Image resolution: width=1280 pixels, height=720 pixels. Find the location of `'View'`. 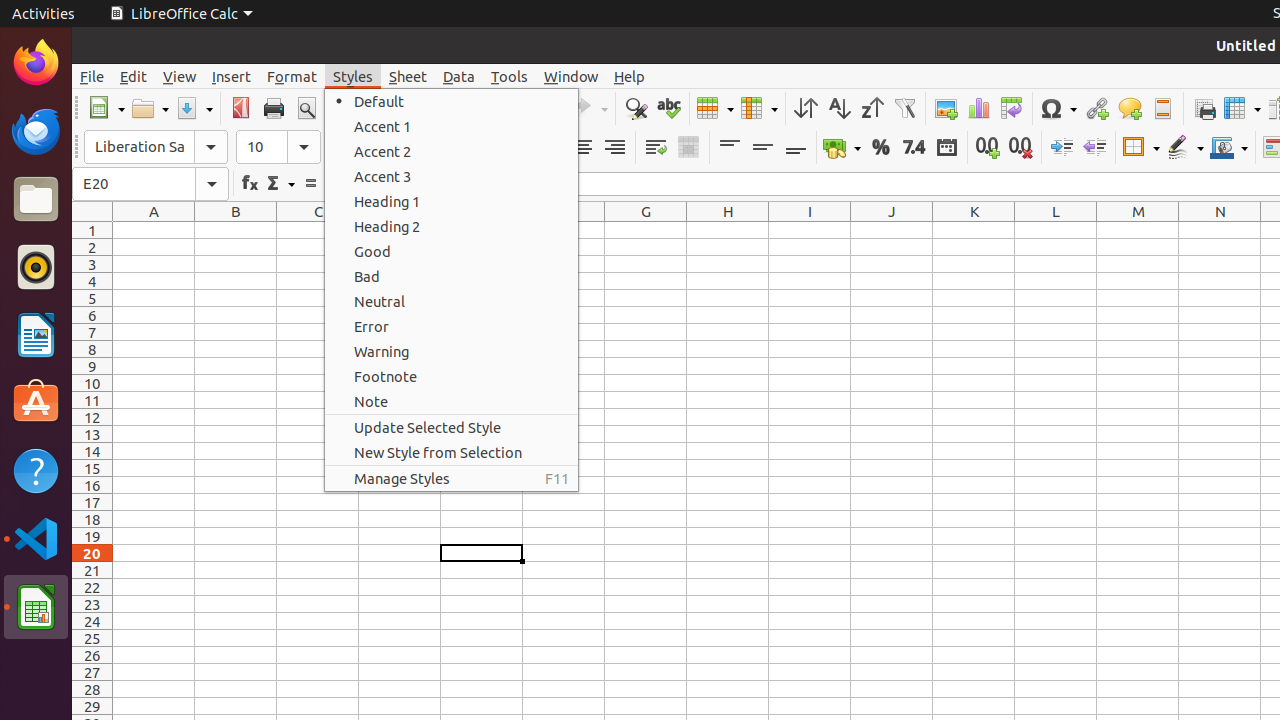

'View' is located at coordinates (179, 75).